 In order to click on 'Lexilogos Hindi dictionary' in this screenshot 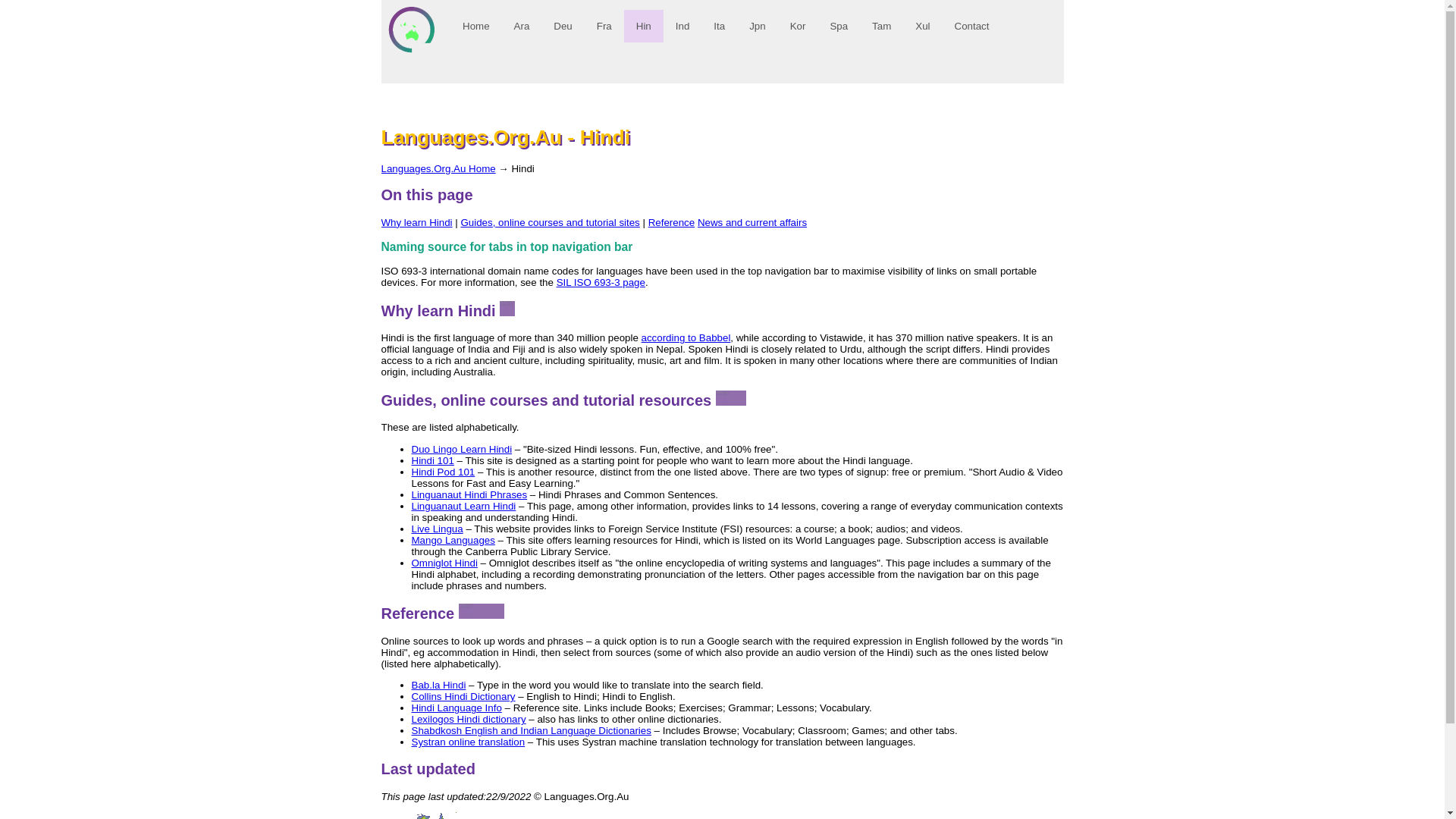, I will do `click(411, 718)`.